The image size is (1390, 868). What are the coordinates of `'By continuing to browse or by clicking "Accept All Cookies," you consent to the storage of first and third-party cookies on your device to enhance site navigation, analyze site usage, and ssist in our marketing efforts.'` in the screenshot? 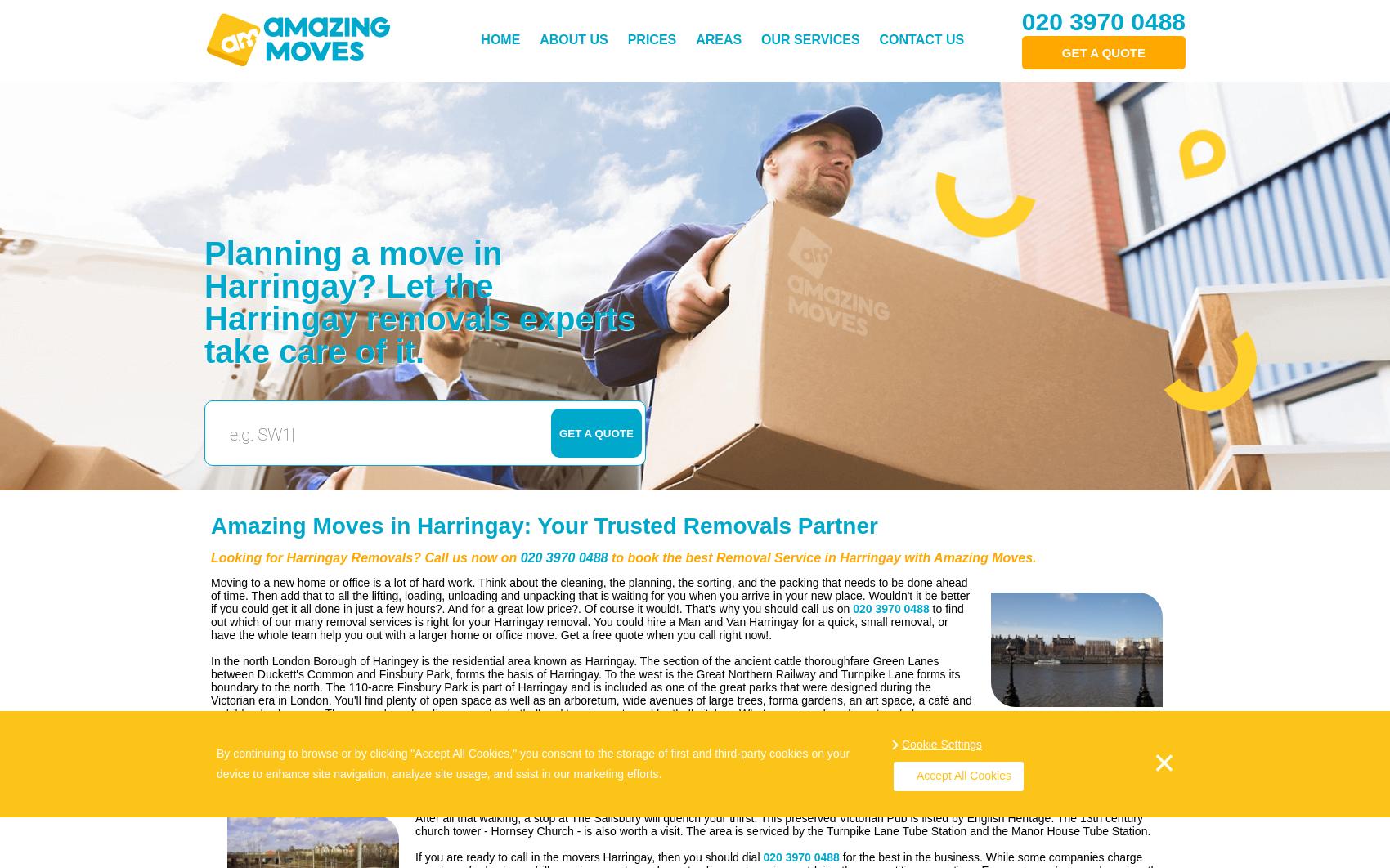 It's located at (532, 763).